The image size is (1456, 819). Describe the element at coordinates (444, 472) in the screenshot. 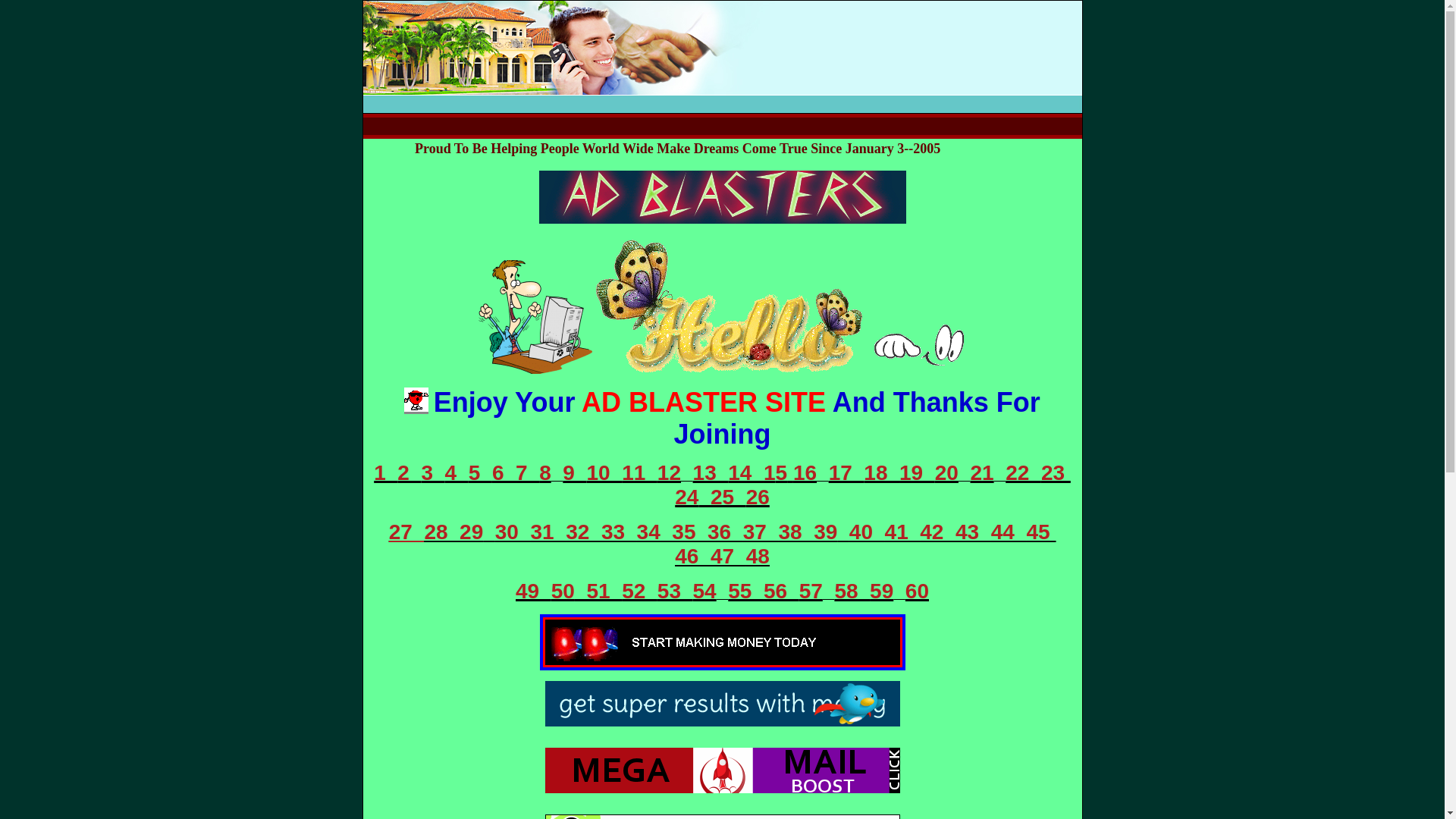

I see `'4 '` at that location.